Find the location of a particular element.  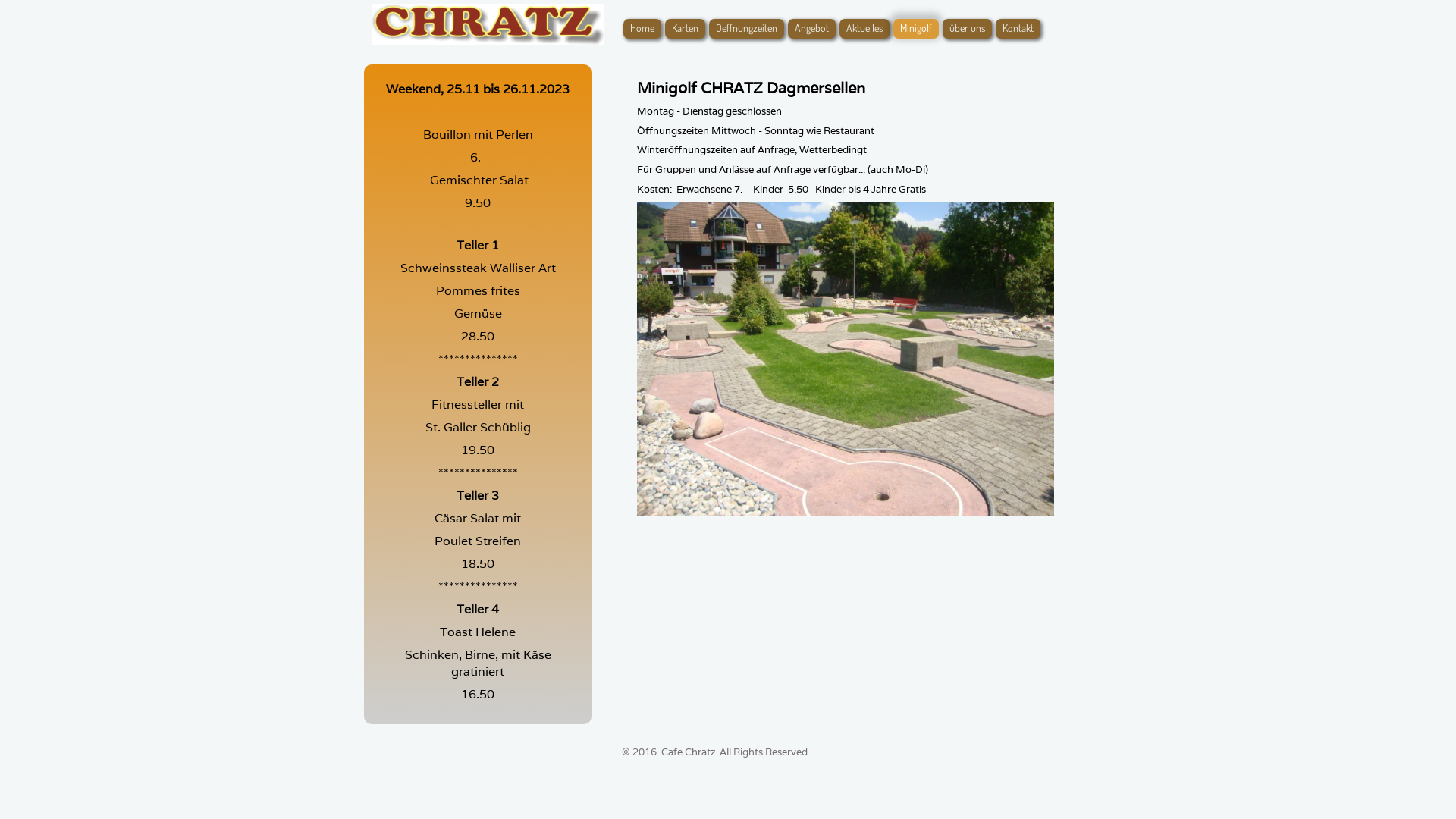

'Karten' is located at coordinates (684, 29).